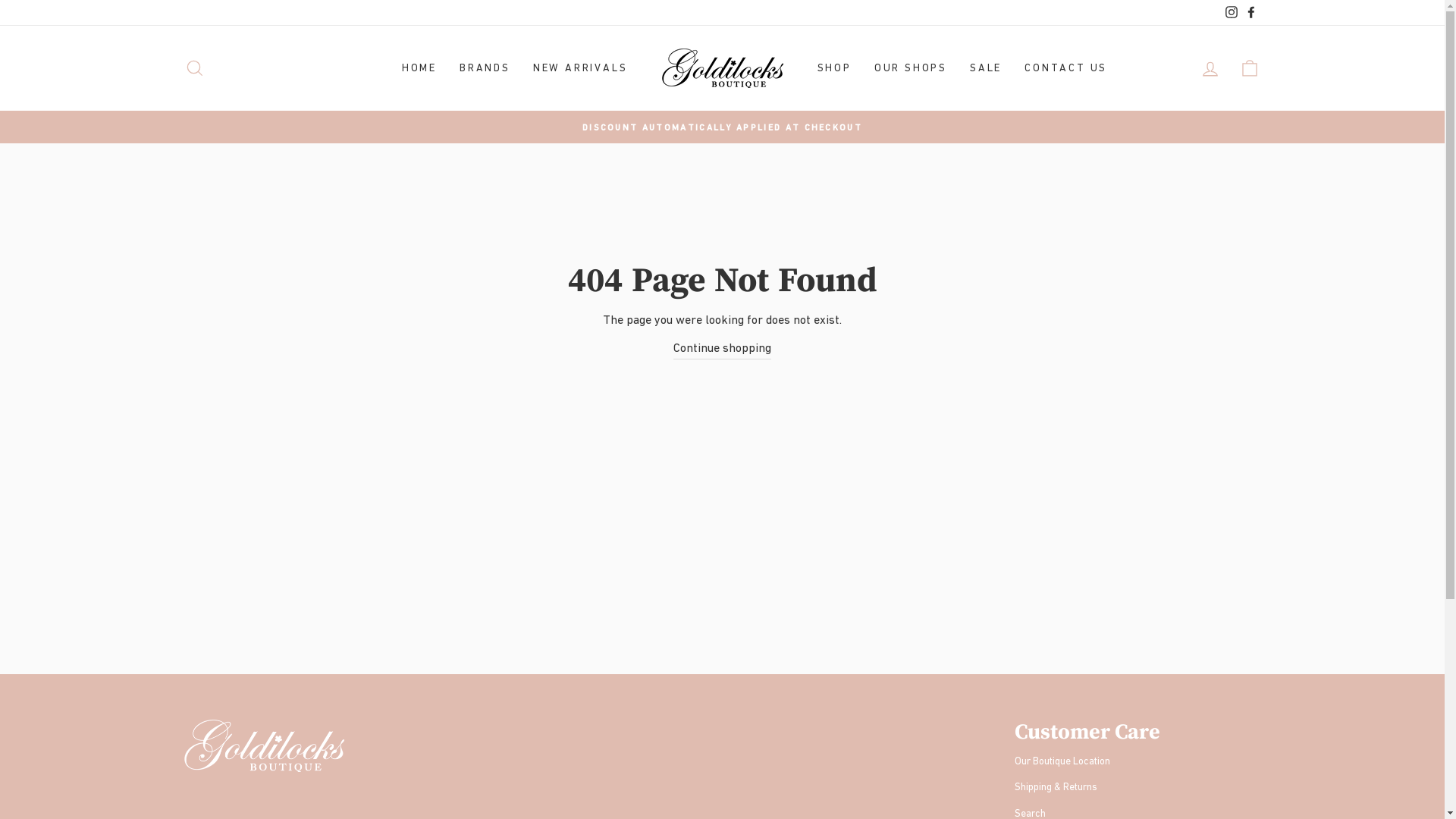 The width and height of the screenshot is (1456, 819). I want to click on 'OUR SHOPS', so click(910, 68).